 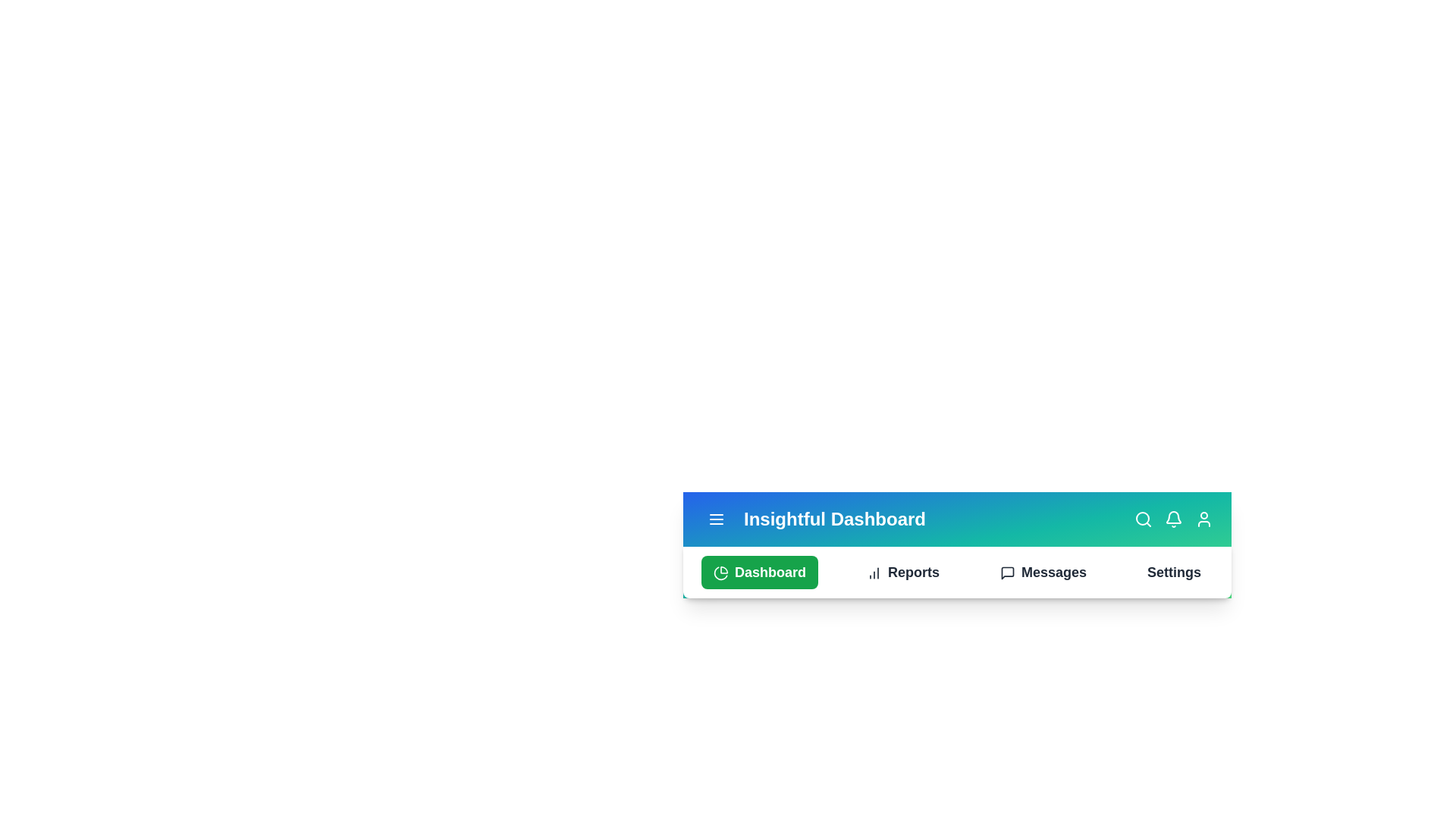 I want to click on the menu toggle button to toggle the menu visibility, so click(x=716, y=519).